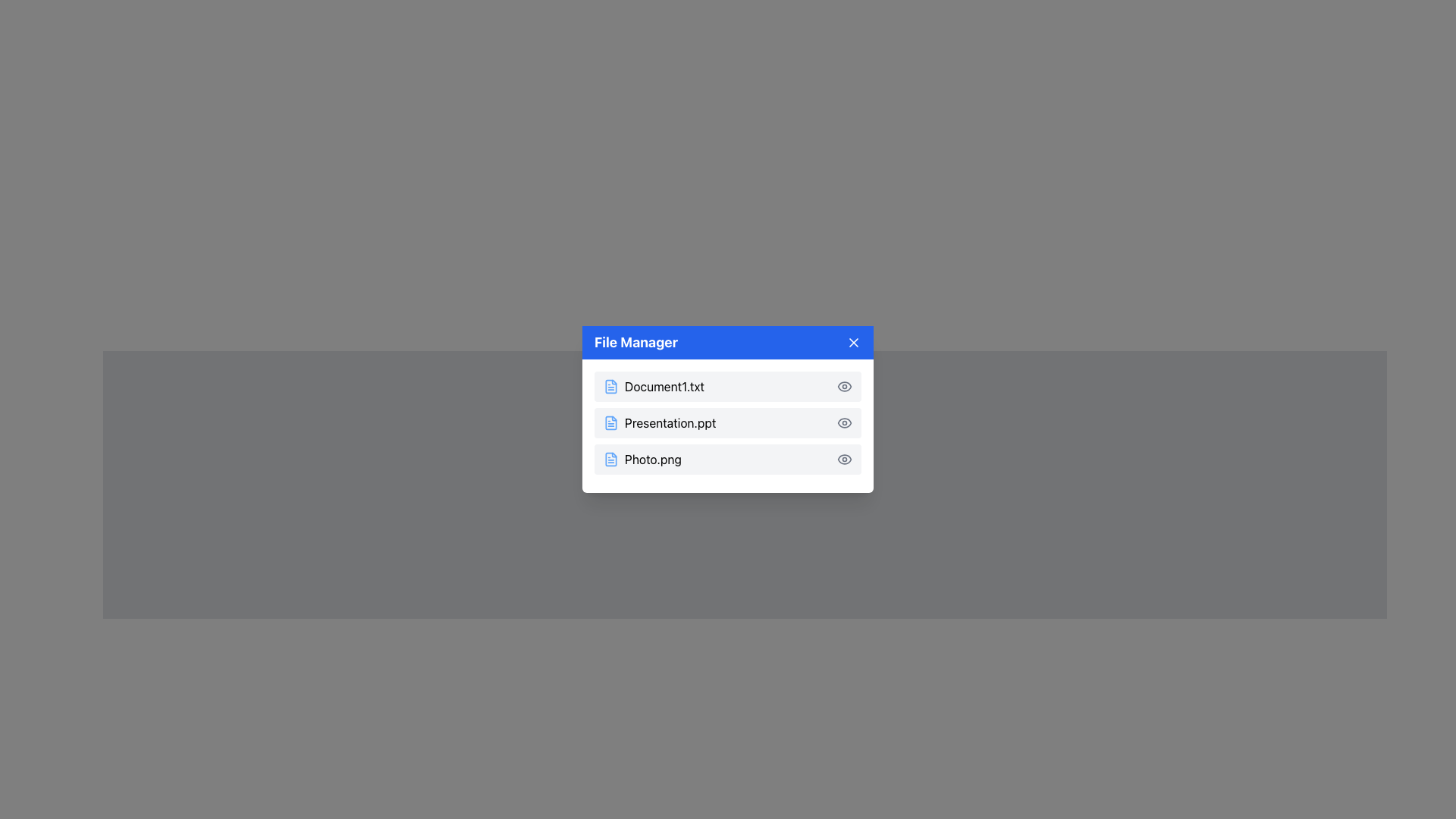  Describe the element at coordinates (843, 423) in the screenshot. I see `the eye icon with a gray outline adjacent to the text 'Presentation.ppt' in the file manager UI` at that location.